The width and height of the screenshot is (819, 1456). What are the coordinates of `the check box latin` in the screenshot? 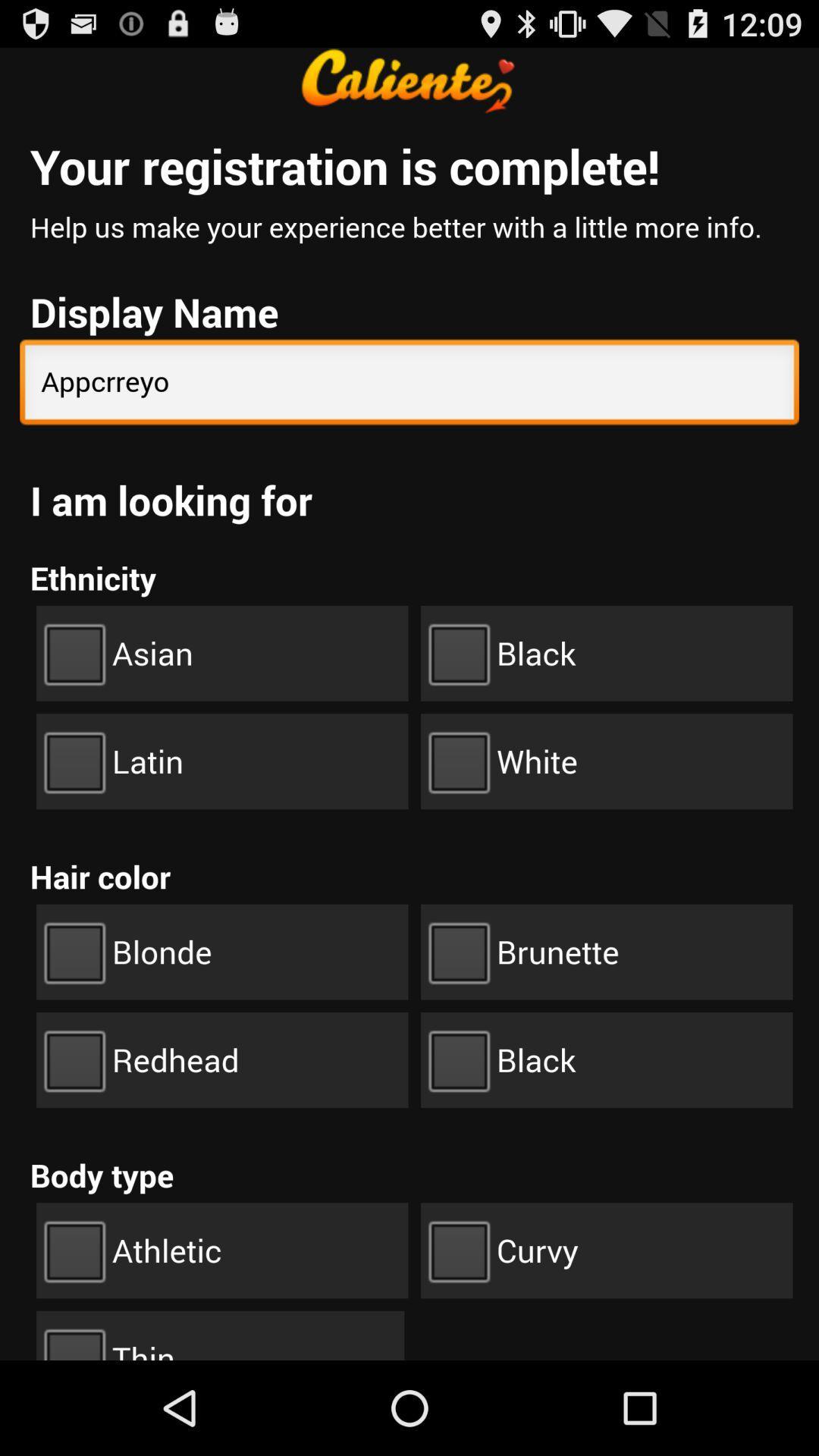 It's located at (222, 761).